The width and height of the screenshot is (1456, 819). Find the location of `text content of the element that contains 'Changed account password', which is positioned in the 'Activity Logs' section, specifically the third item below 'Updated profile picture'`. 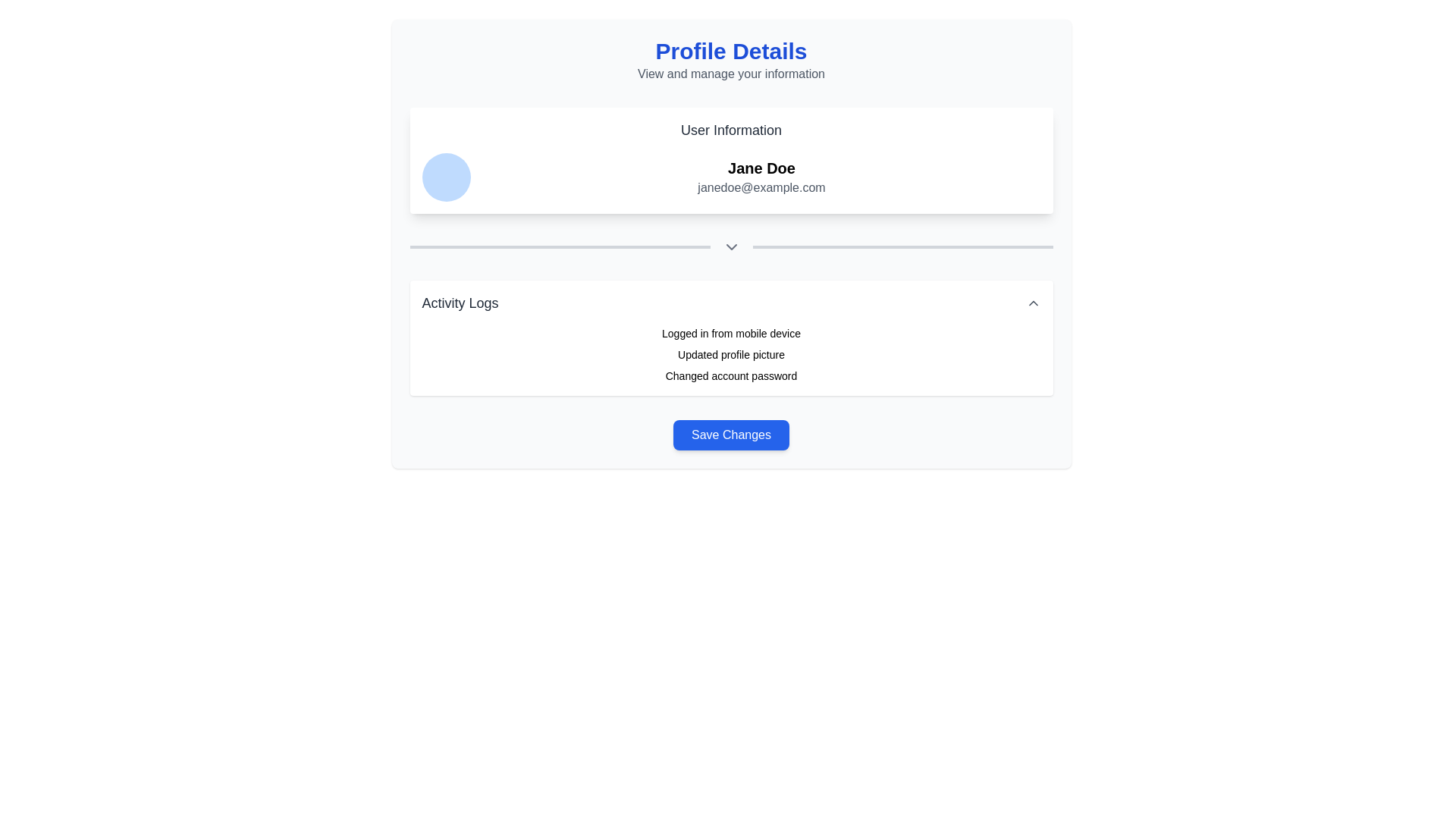

text content of the element that contains 'Changed account password', which is positioned in the 'Activity Logs' section, specifically the third item below 'Updated profile picture' is located at coordinates (731, 375).